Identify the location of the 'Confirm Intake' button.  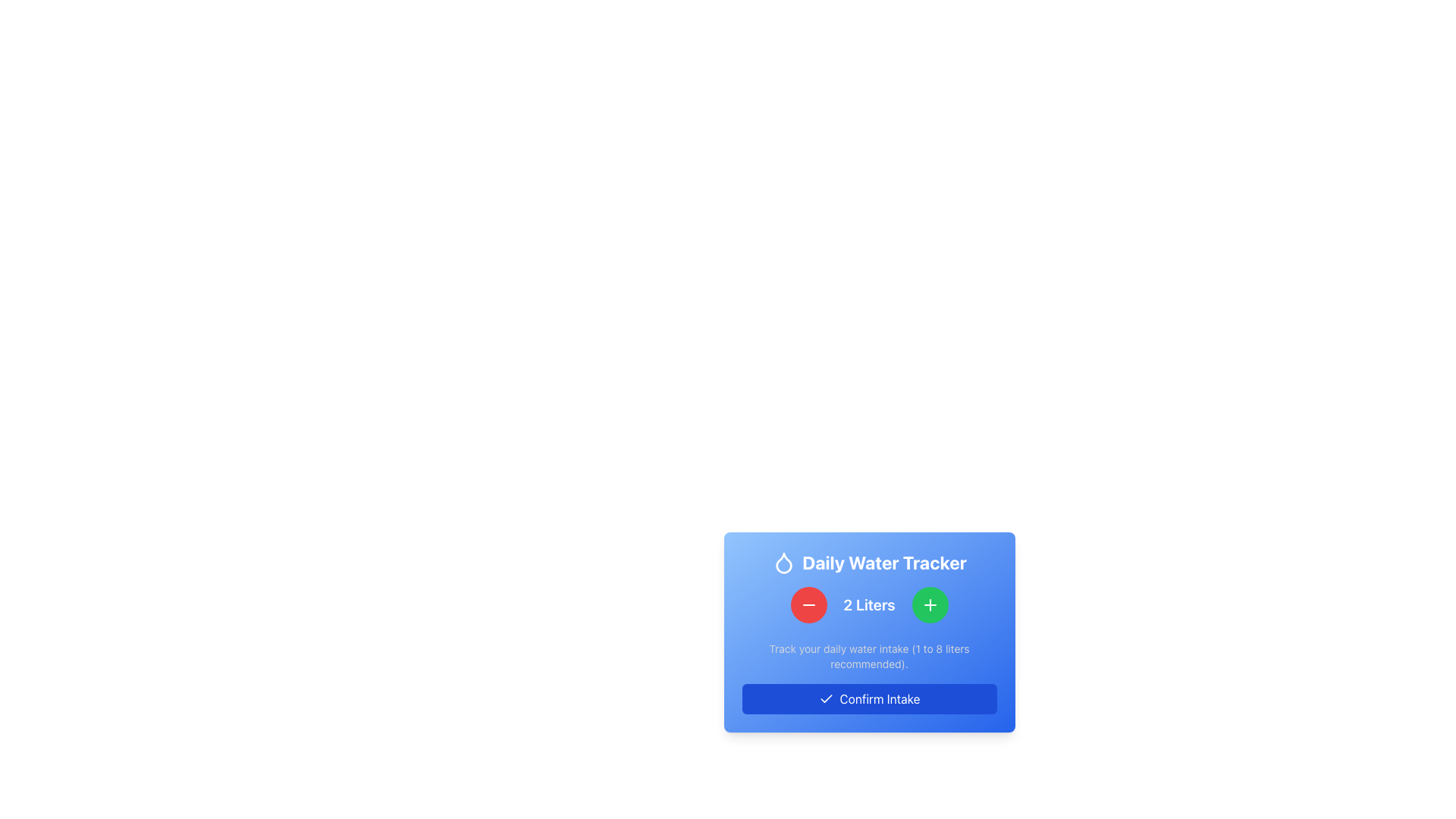
(825, 698).